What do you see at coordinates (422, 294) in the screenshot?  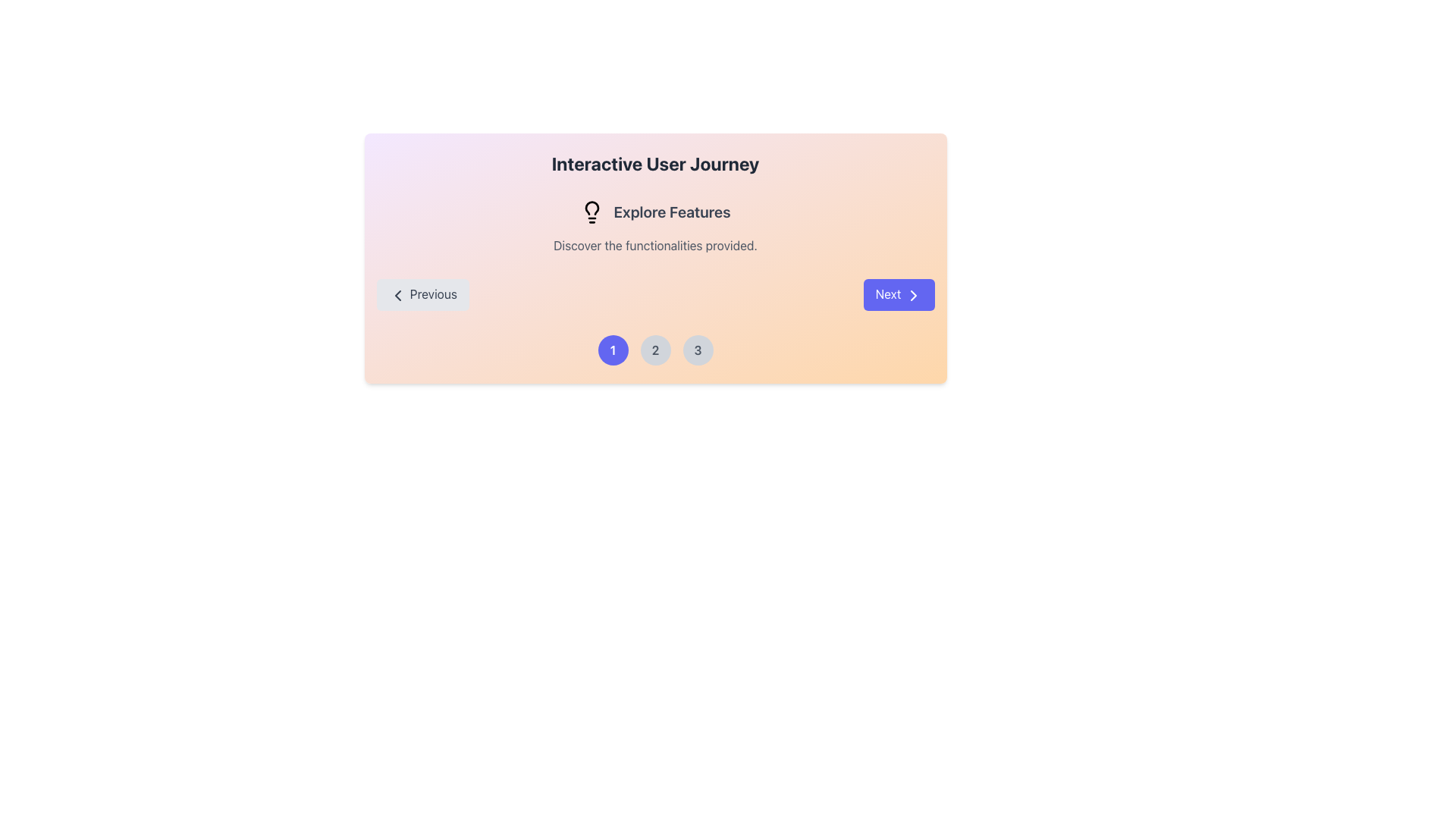 I see `the leftmost button in the navigation bar that allows users to navigate to a previous step by` at bounding box center [422, 294].